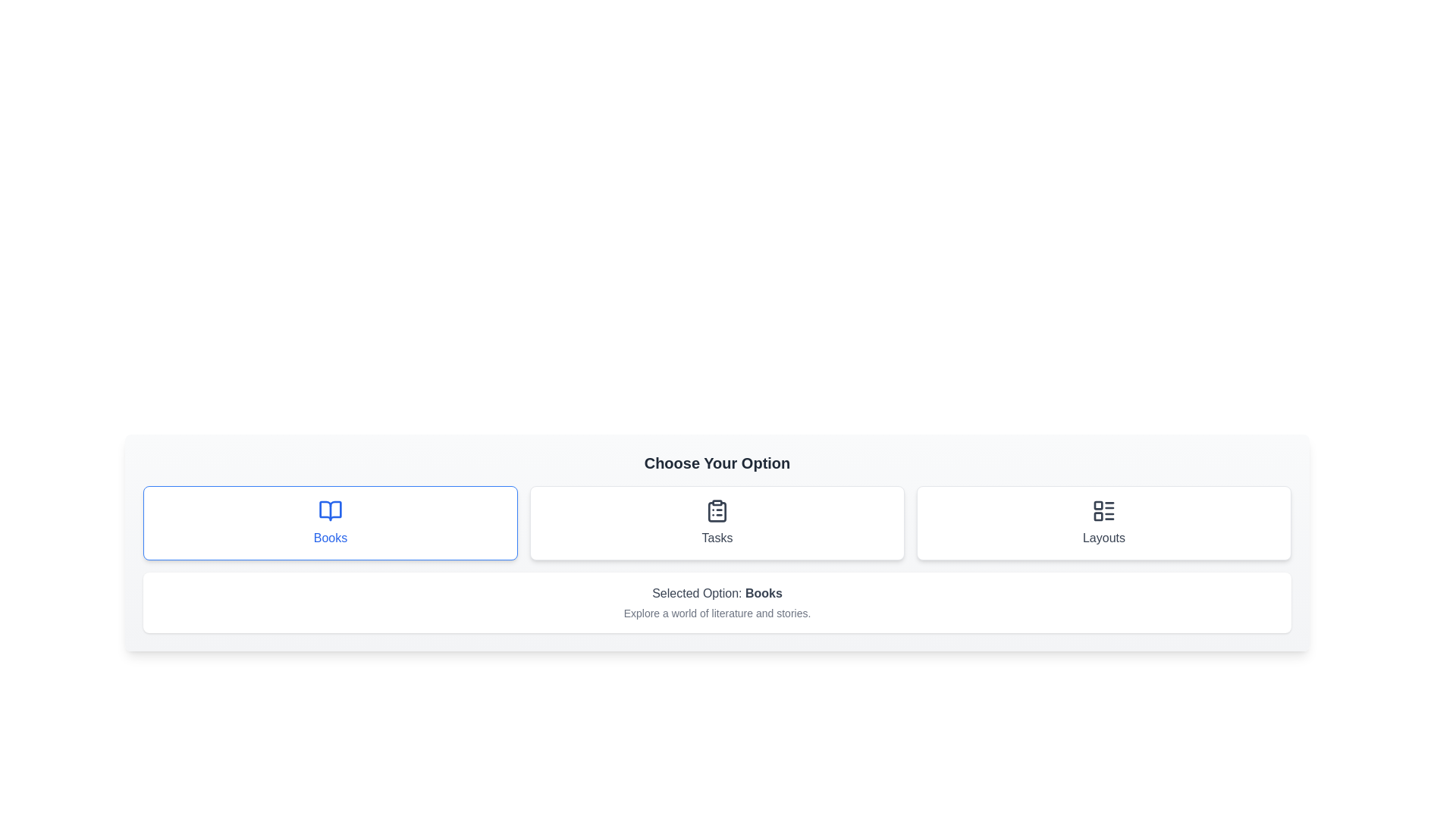 The width and height of the screenshot is (1456, 819). I want to click on the decorative square icon representing a list layout option, located in the second row and first column of the grid, so click(1098, 516).